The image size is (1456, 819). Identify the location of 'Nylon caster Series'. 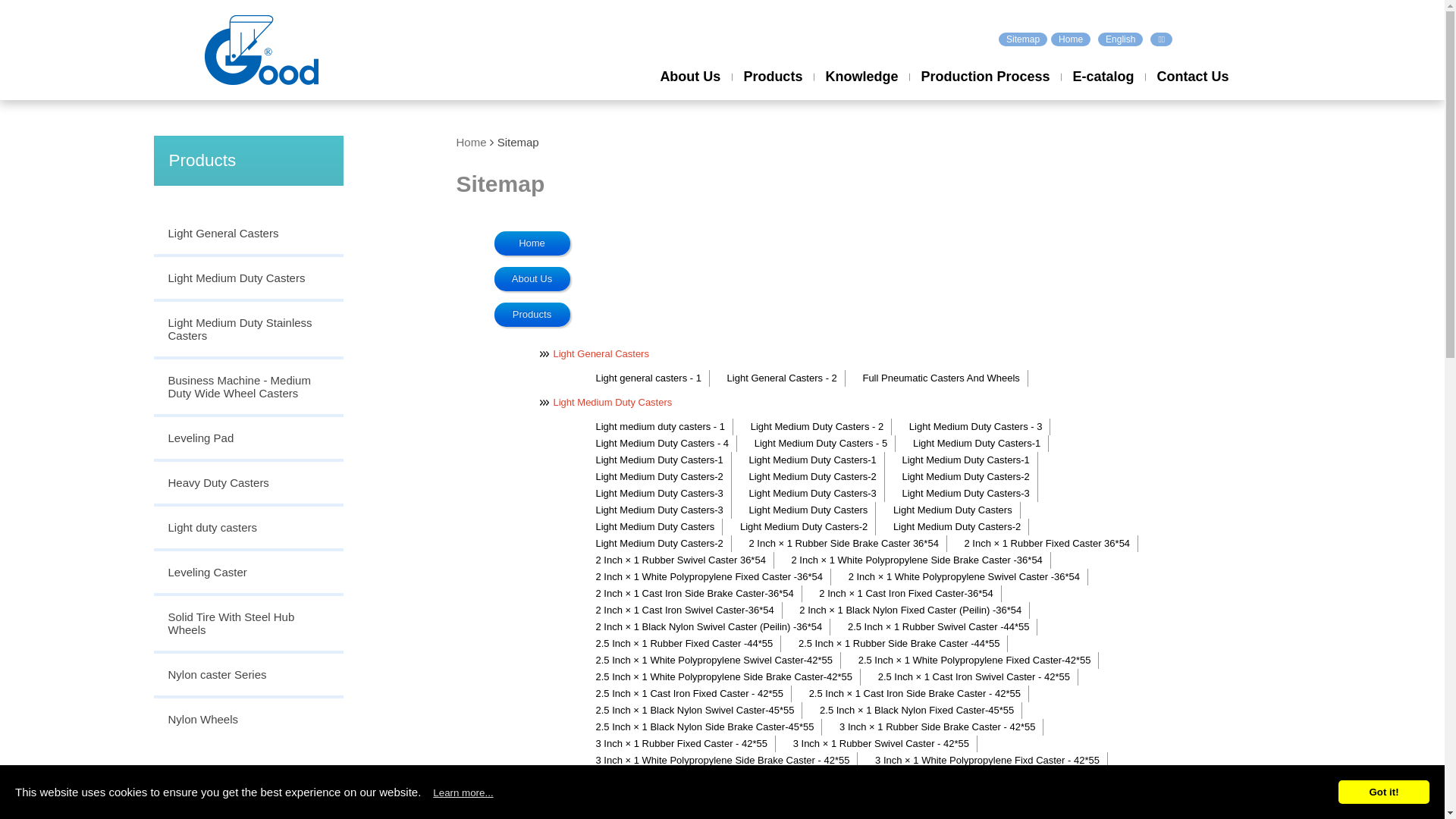
(247, 675).